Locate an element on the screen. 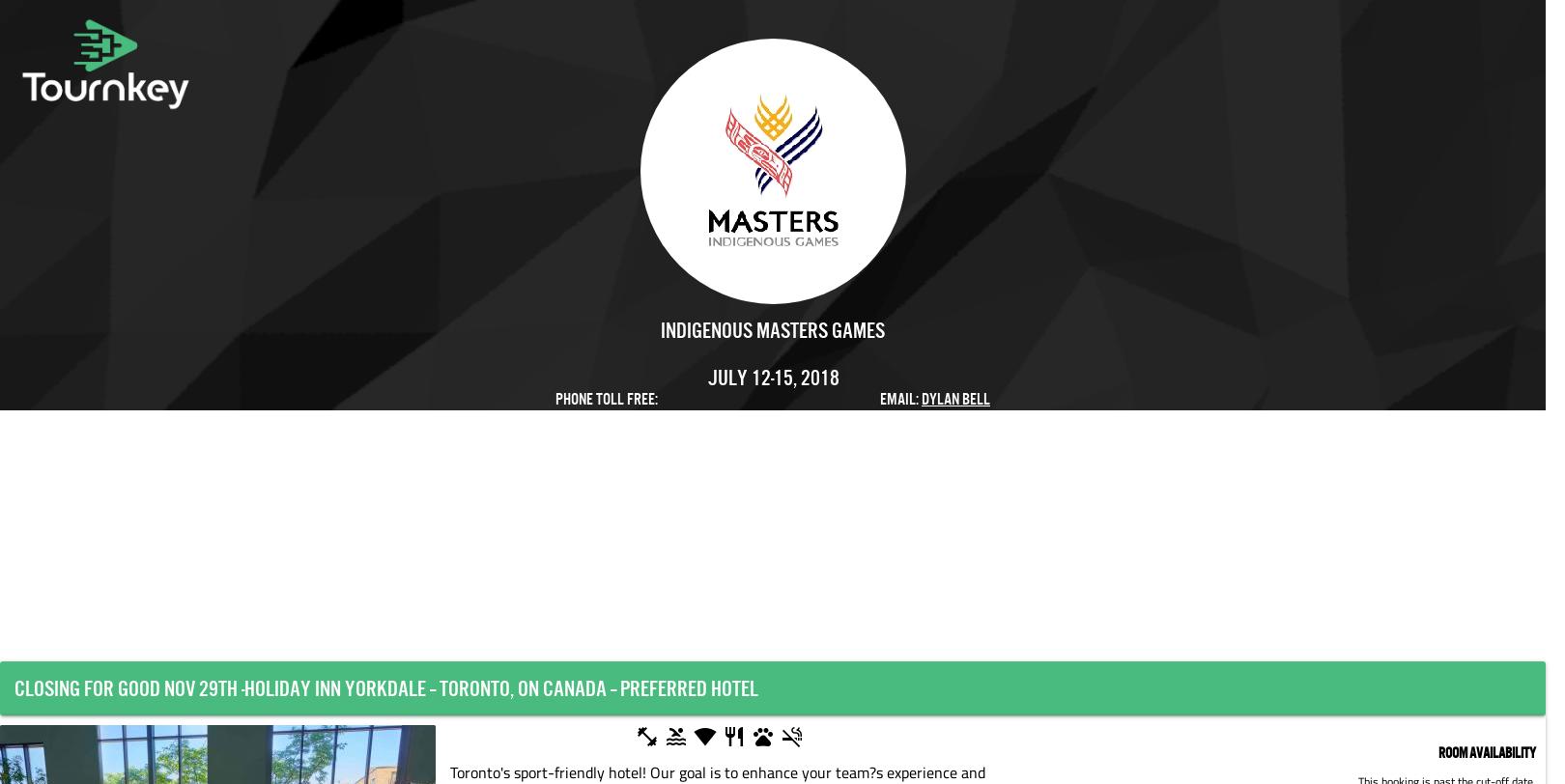  'Free WiFi' is located at coordinates (781, 739).